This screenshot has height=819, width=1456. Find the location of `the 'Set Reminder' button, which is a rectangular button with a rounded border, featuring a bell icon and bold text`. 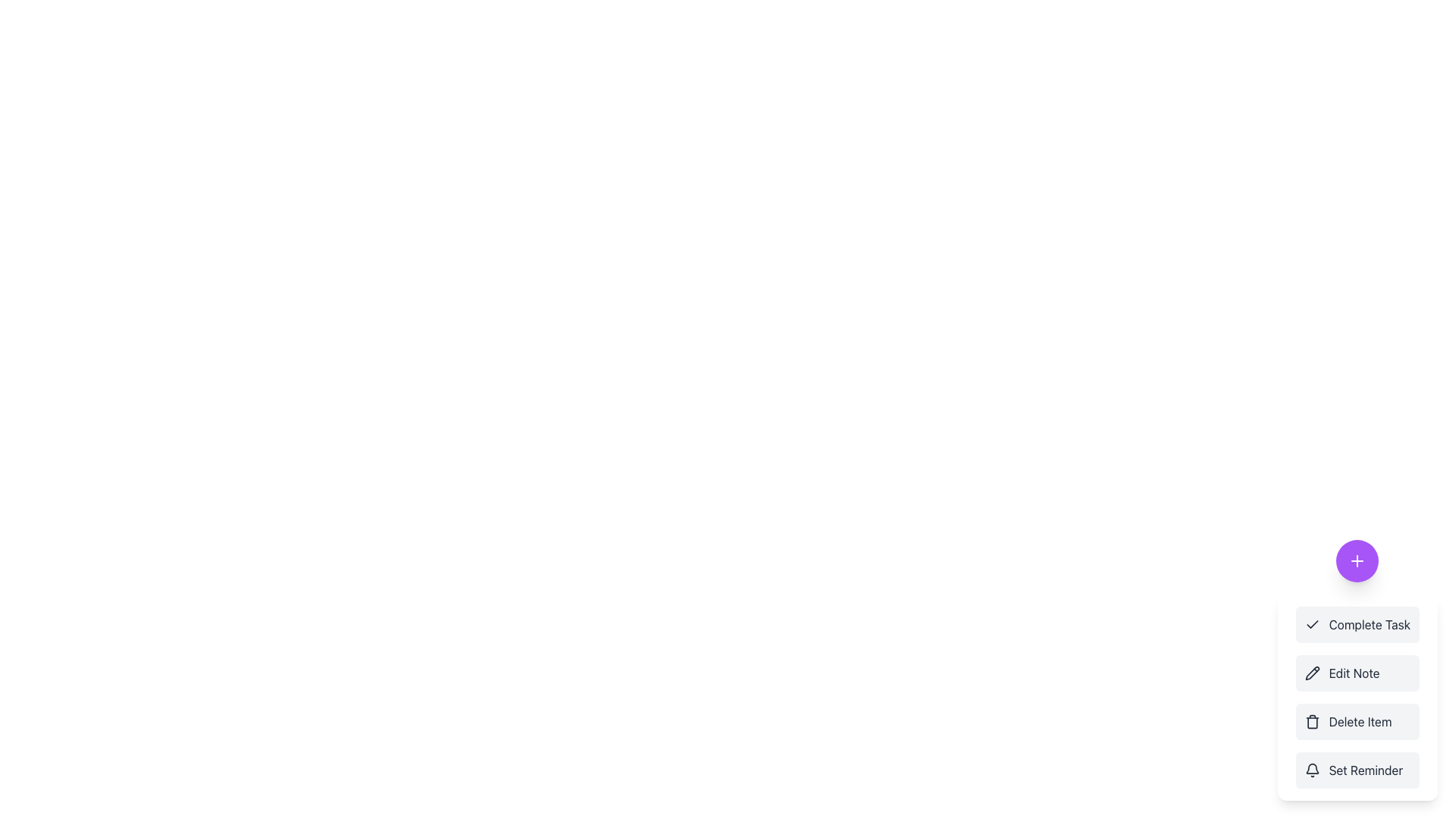

the 'Set Reminder' button, which is a rectangular button with a rounded border, featuring a bell icon and bold text is located at coordinates (1357, 770).